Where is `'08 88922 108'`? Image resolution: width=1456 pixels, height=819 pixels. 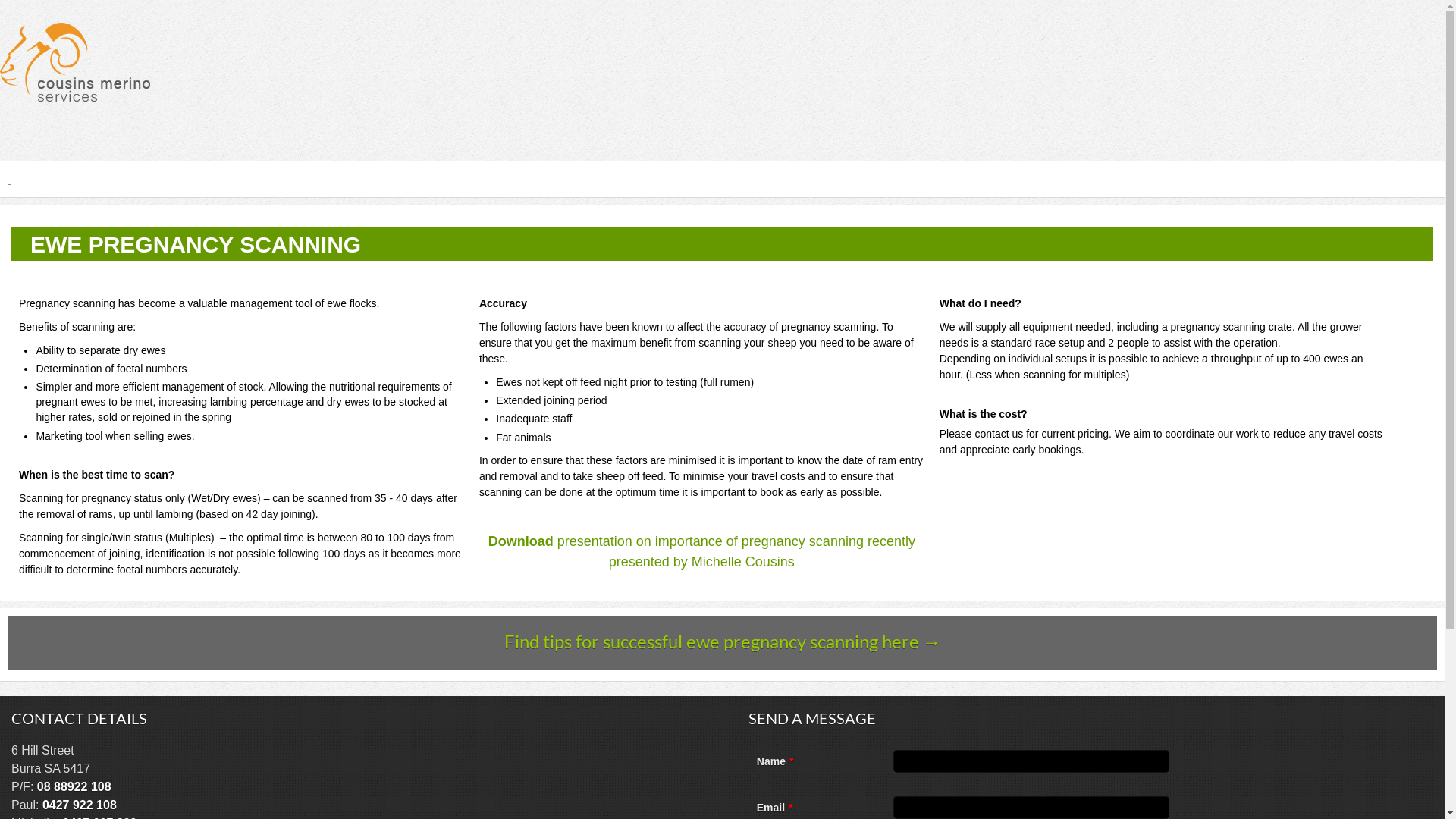 '08 88922 108' is located at coordinates (73, 786).